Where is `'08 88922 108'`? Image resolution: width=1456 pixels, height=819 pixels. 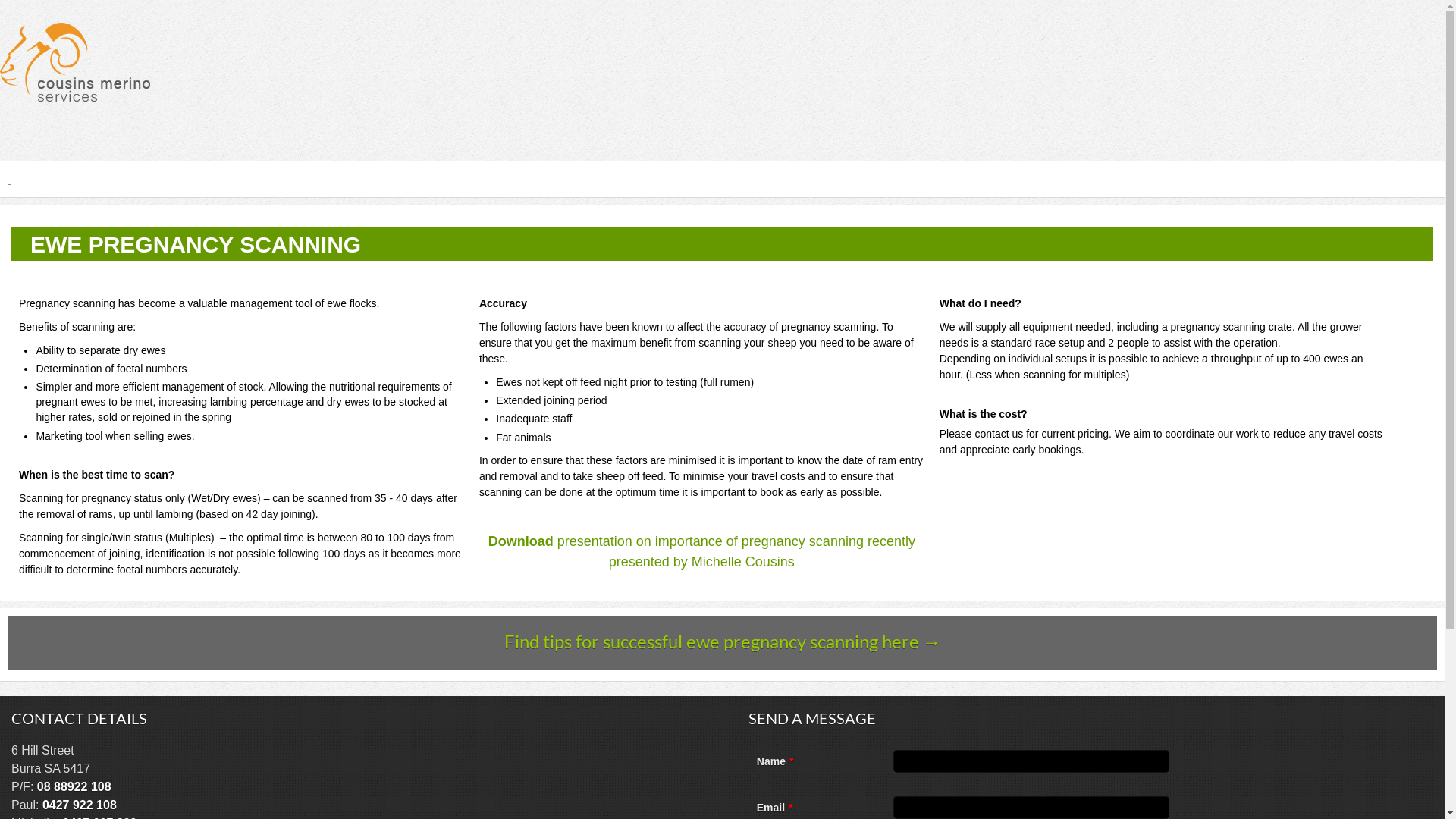 '08 88922 108' is located at coordinates (73, 786).